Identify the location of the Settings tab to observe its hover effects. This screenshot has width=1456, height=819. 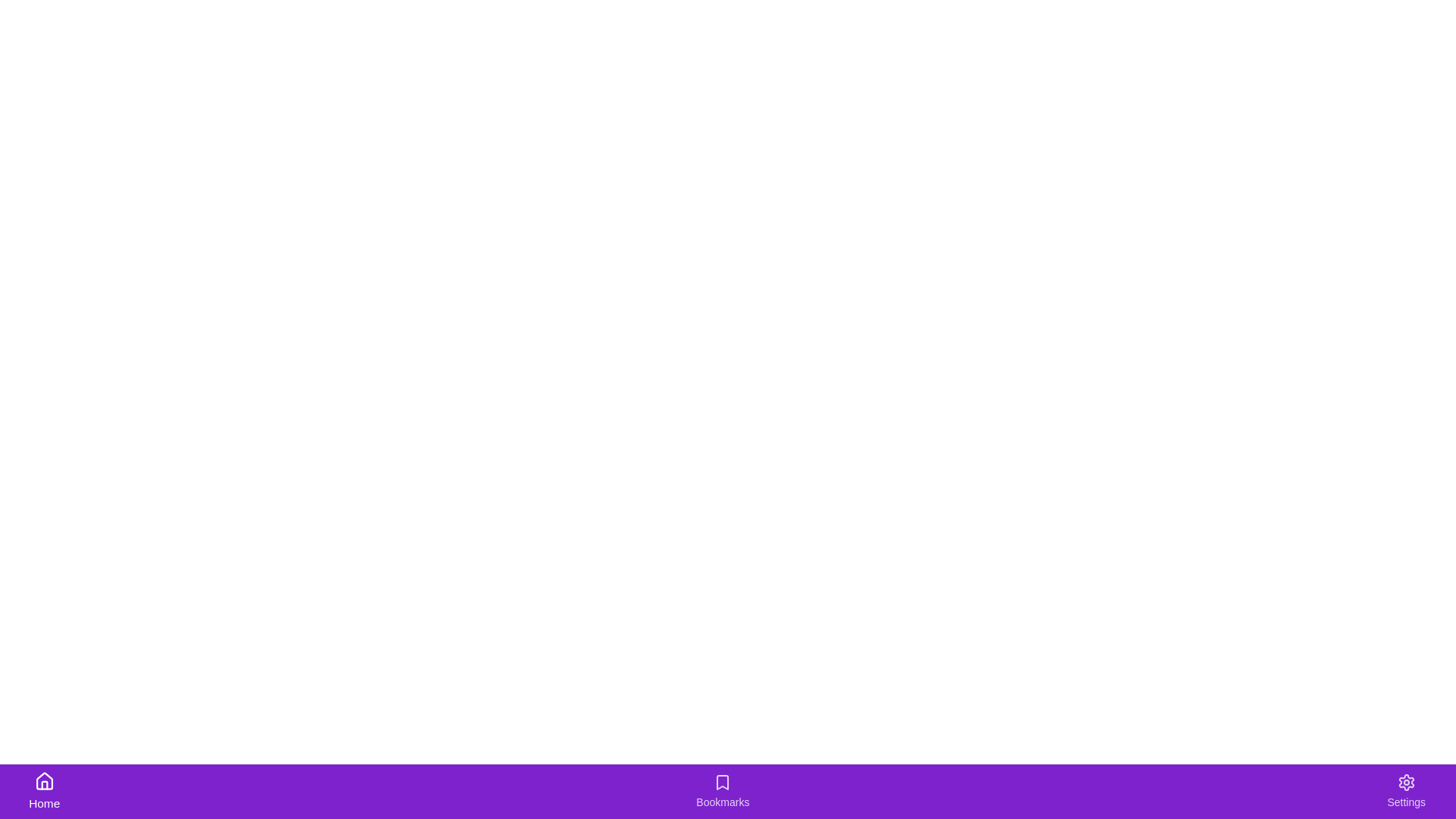
(1404, 791).